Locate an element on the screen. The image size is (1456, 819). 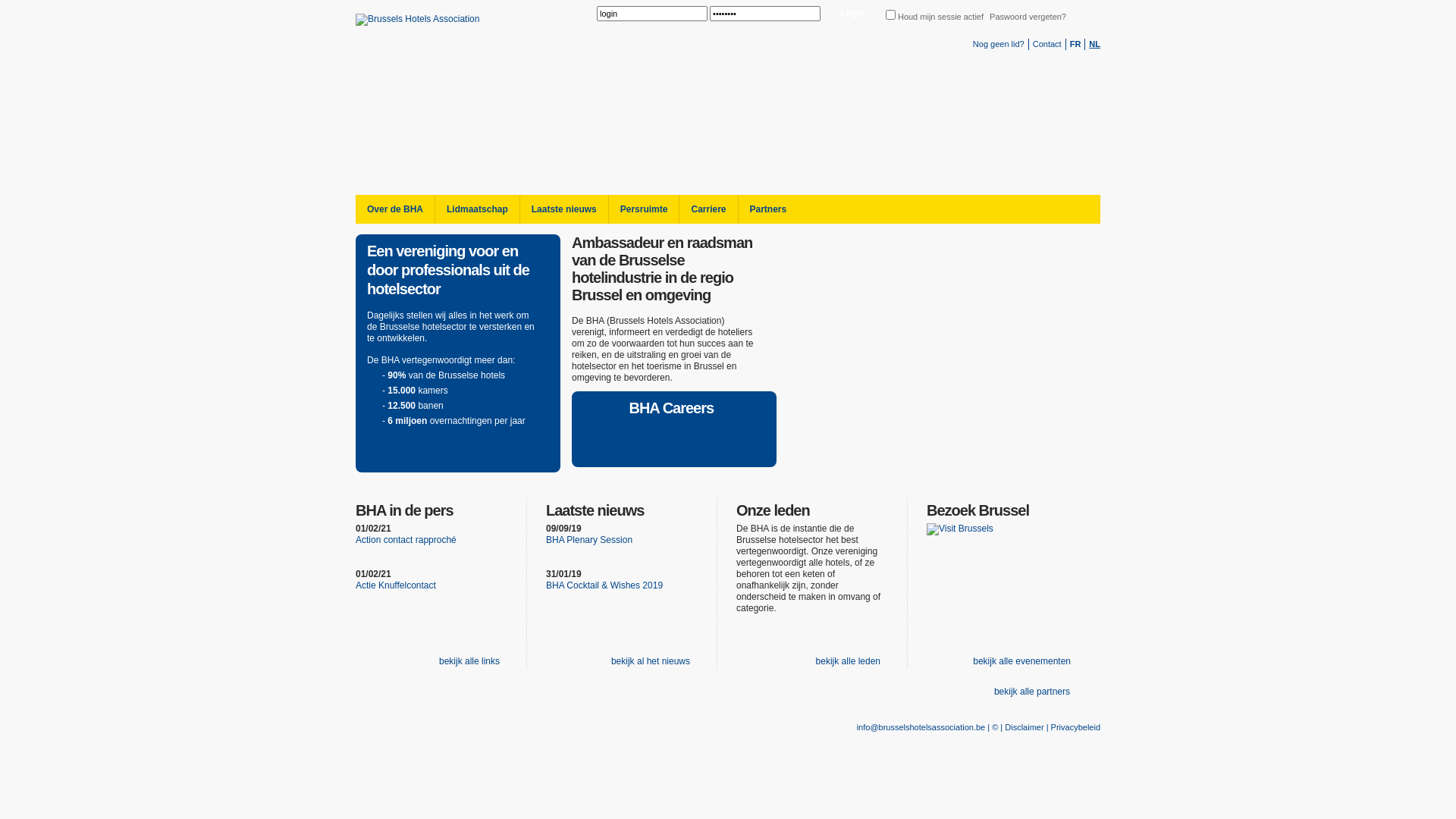
'BHA Cocktail & Wishes 2019' is located at coordinates (603, 584).